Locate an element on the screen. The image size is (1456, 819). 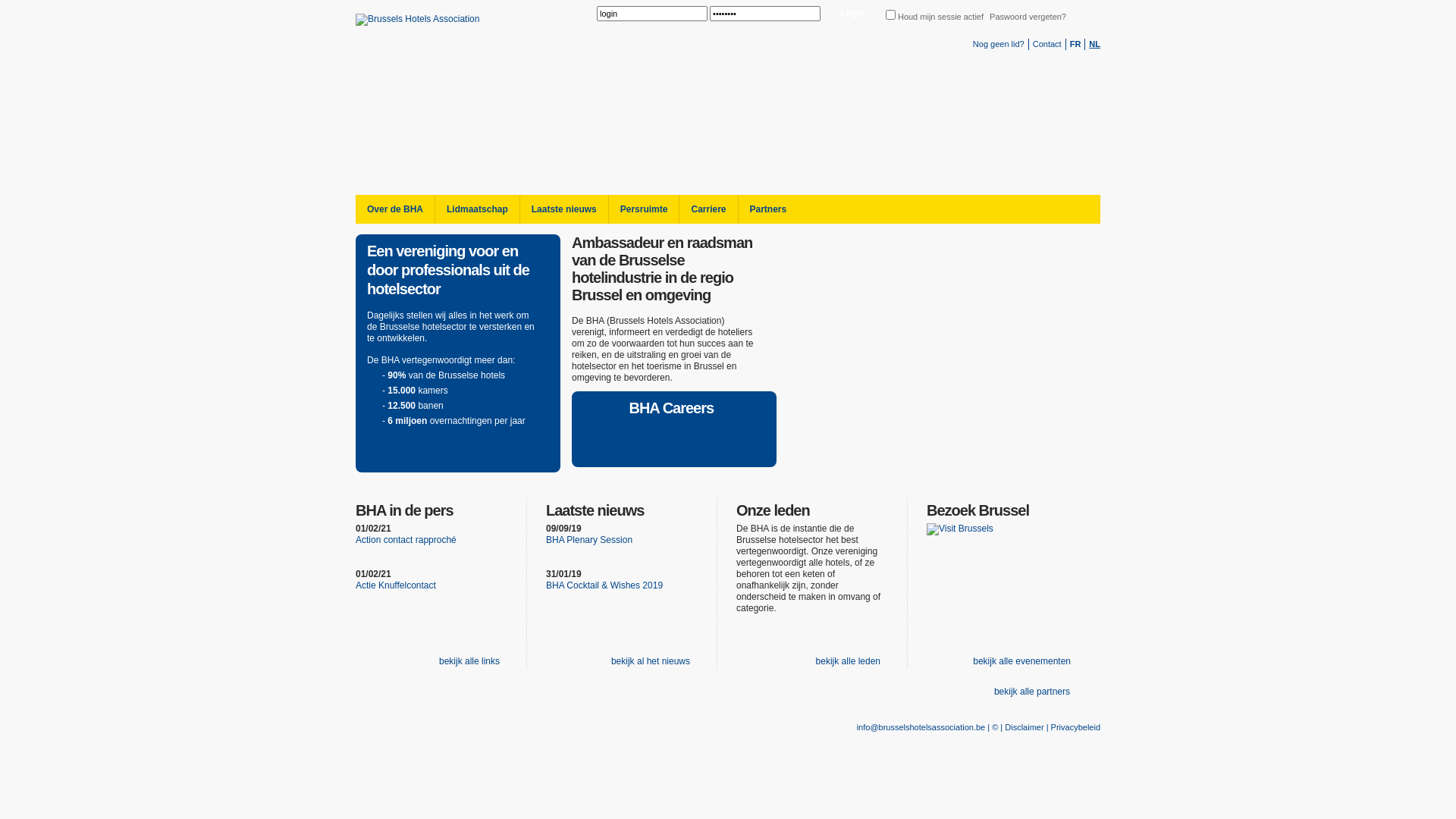
'BHA Cocktail & Wishes 2019' is located at coordinates (603, 584).